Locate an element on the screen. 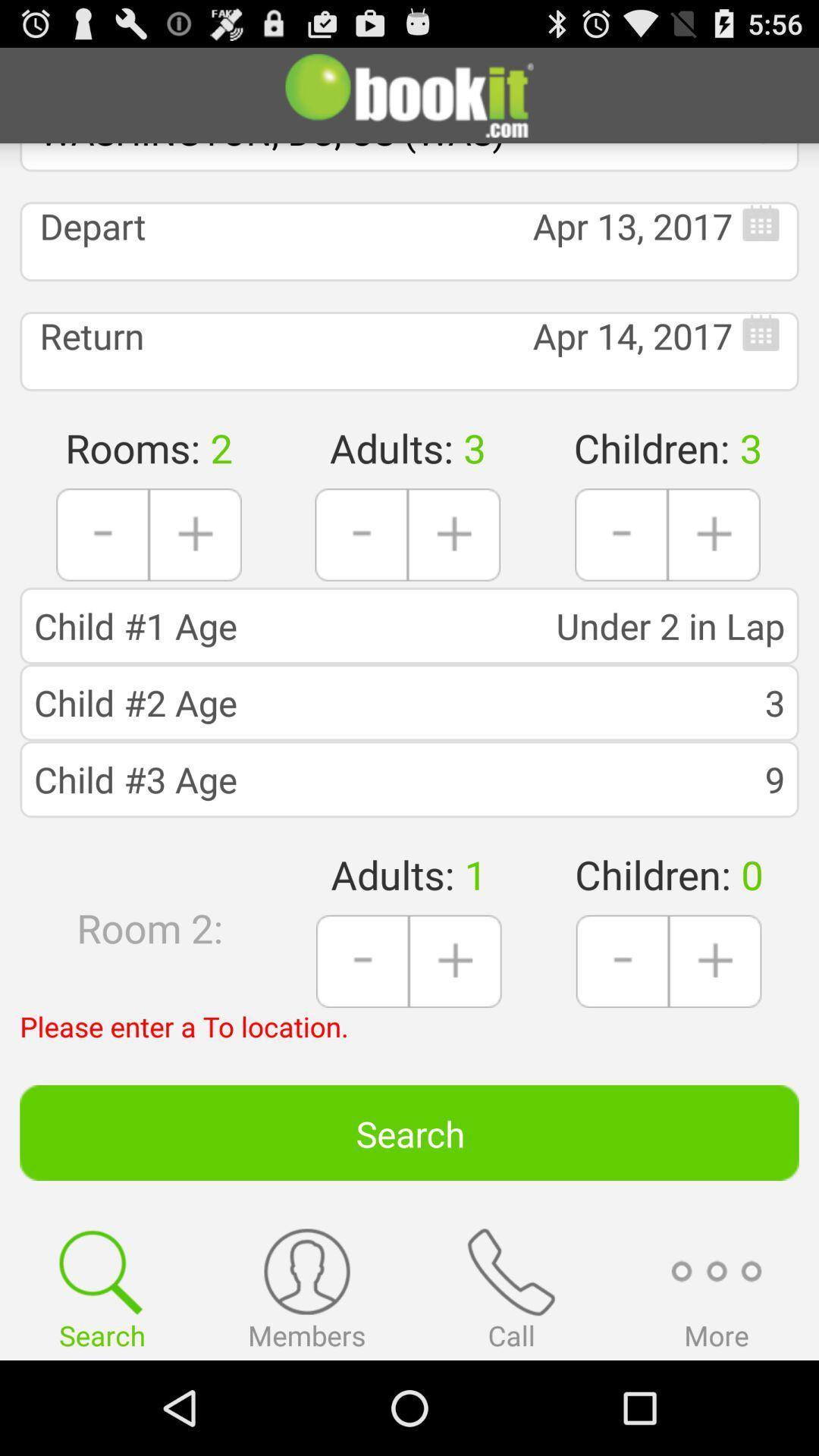 Image resolution: width=819 pixels, height=1456 pixels. the minus icon is located at coordinates (102, 571).